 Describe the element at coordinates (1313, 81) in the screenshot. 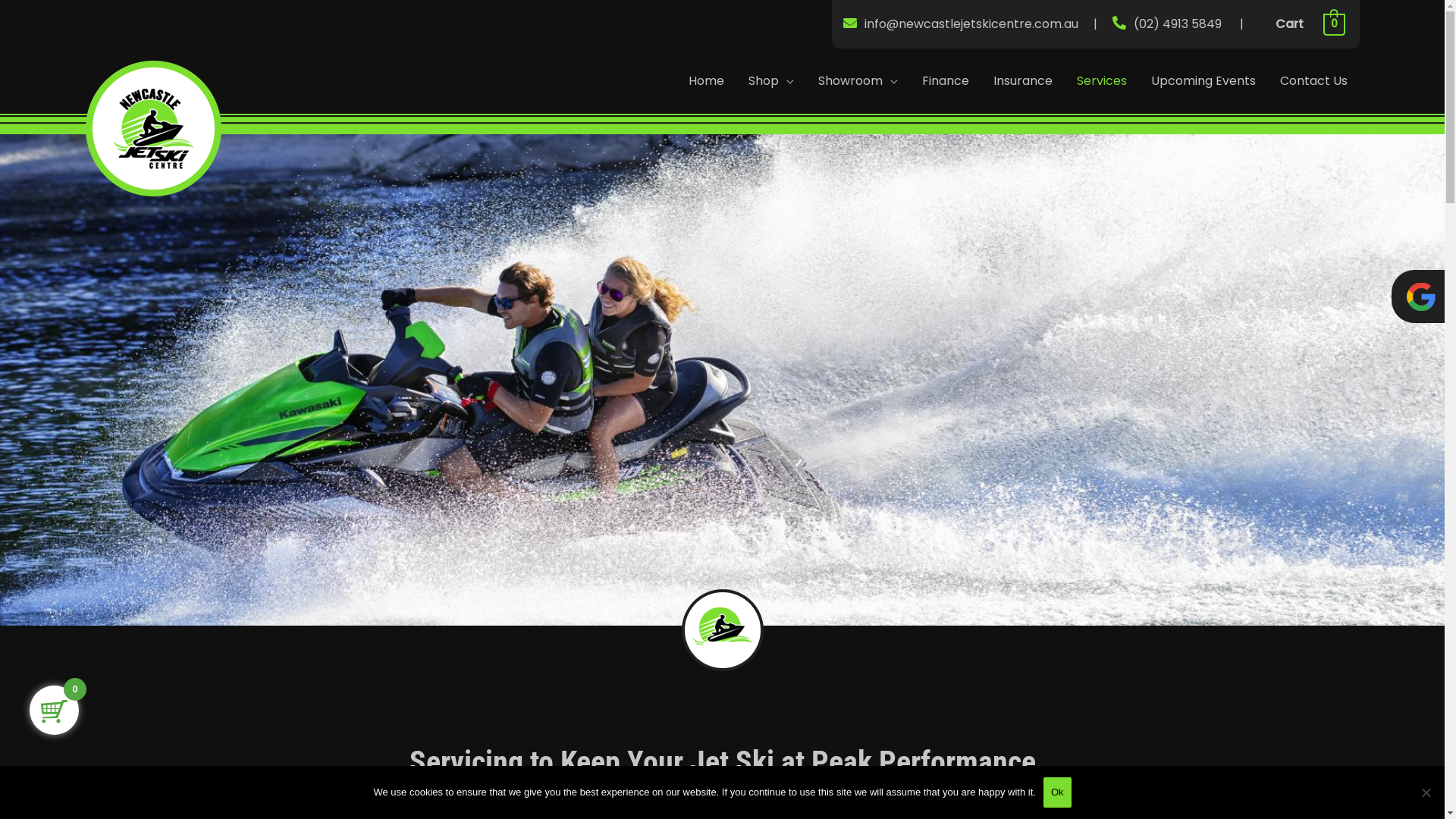

I see `'Contact Us'` at that location.